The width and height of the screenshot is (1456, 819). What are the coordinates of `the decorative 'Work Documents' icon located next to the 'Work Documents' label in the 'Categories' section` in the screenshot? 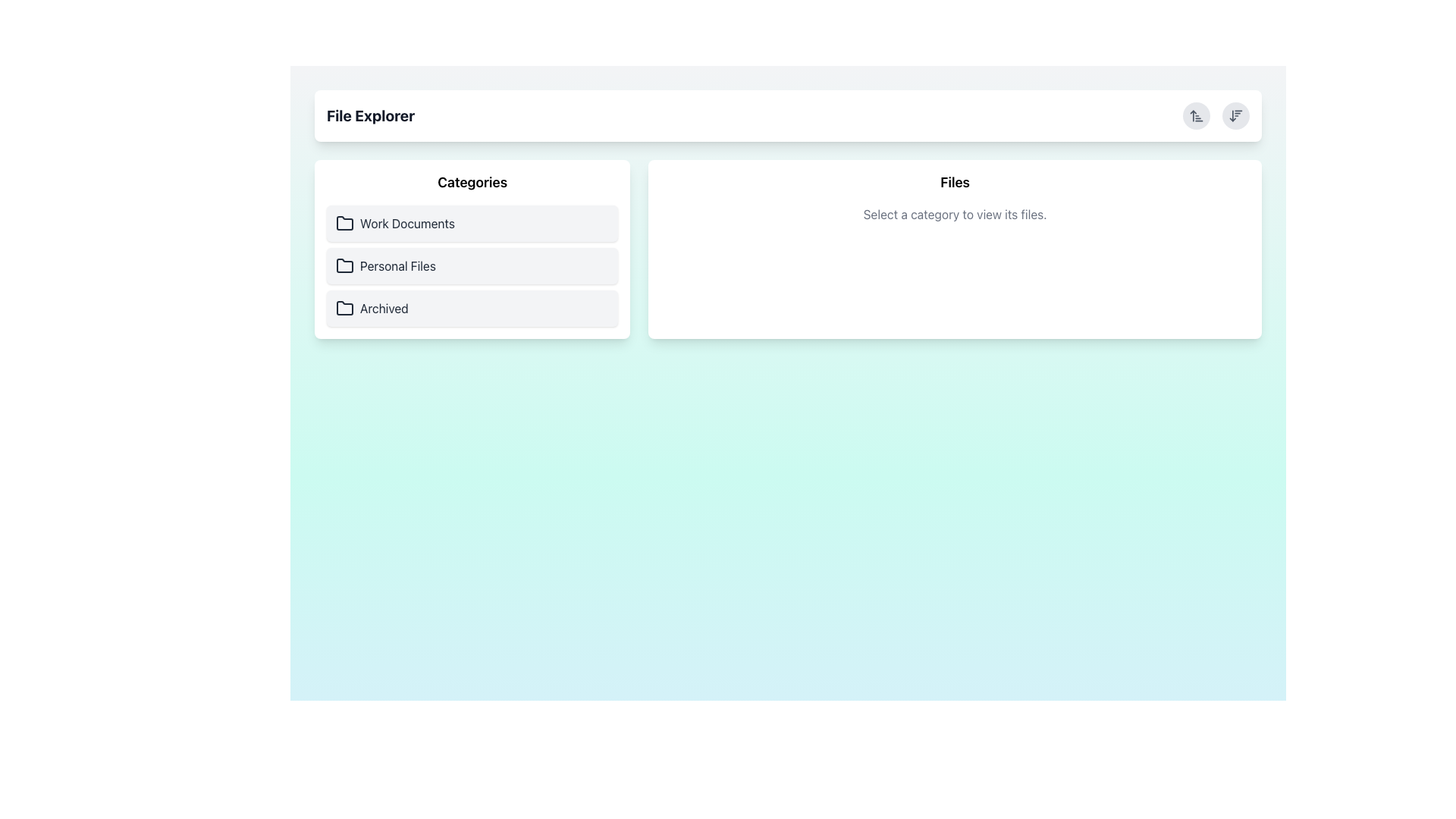 It's located at (344, 223).